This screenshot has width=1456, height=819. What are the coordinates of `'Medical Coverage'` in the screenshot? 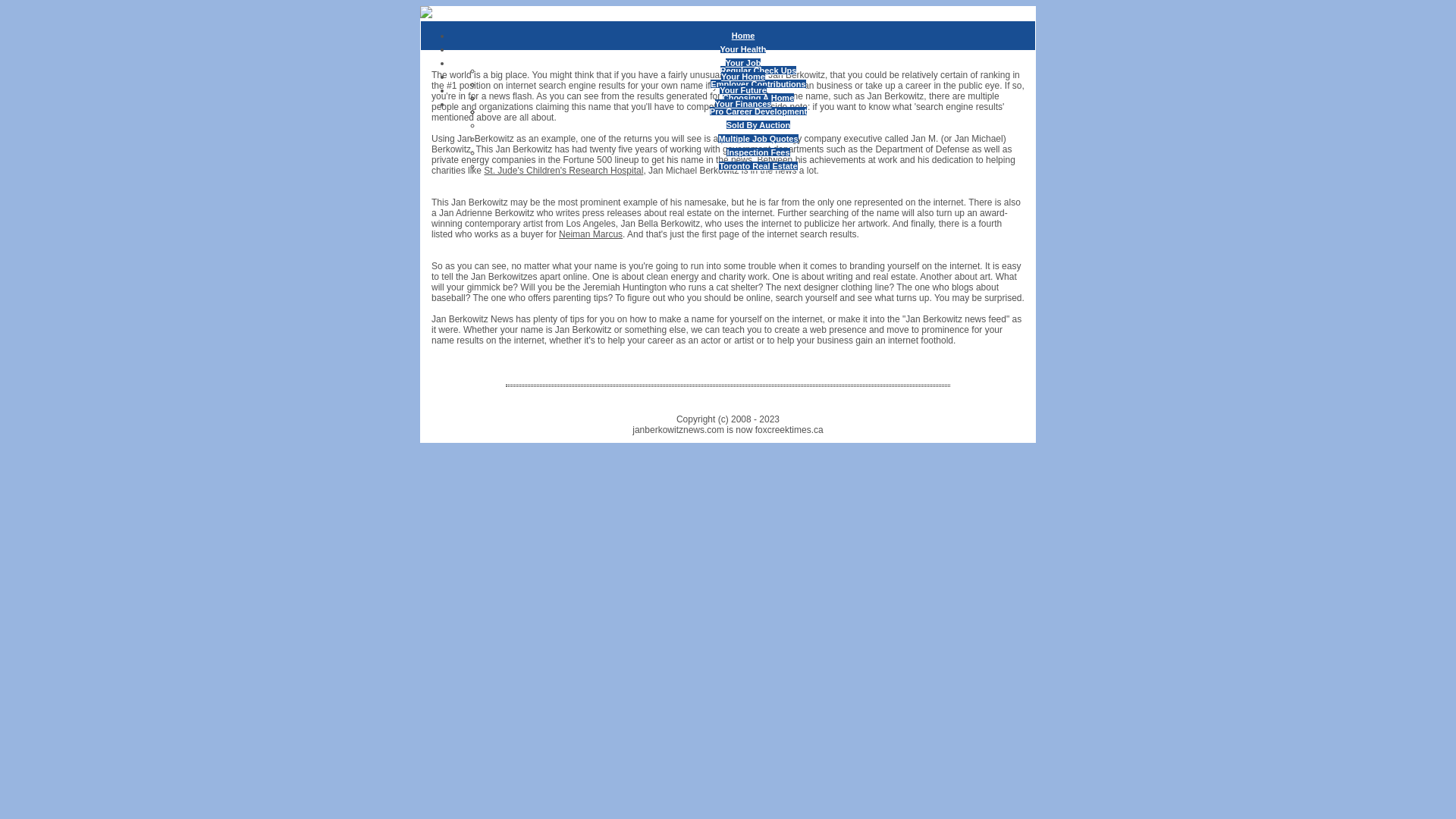 It's located at (722, 110).